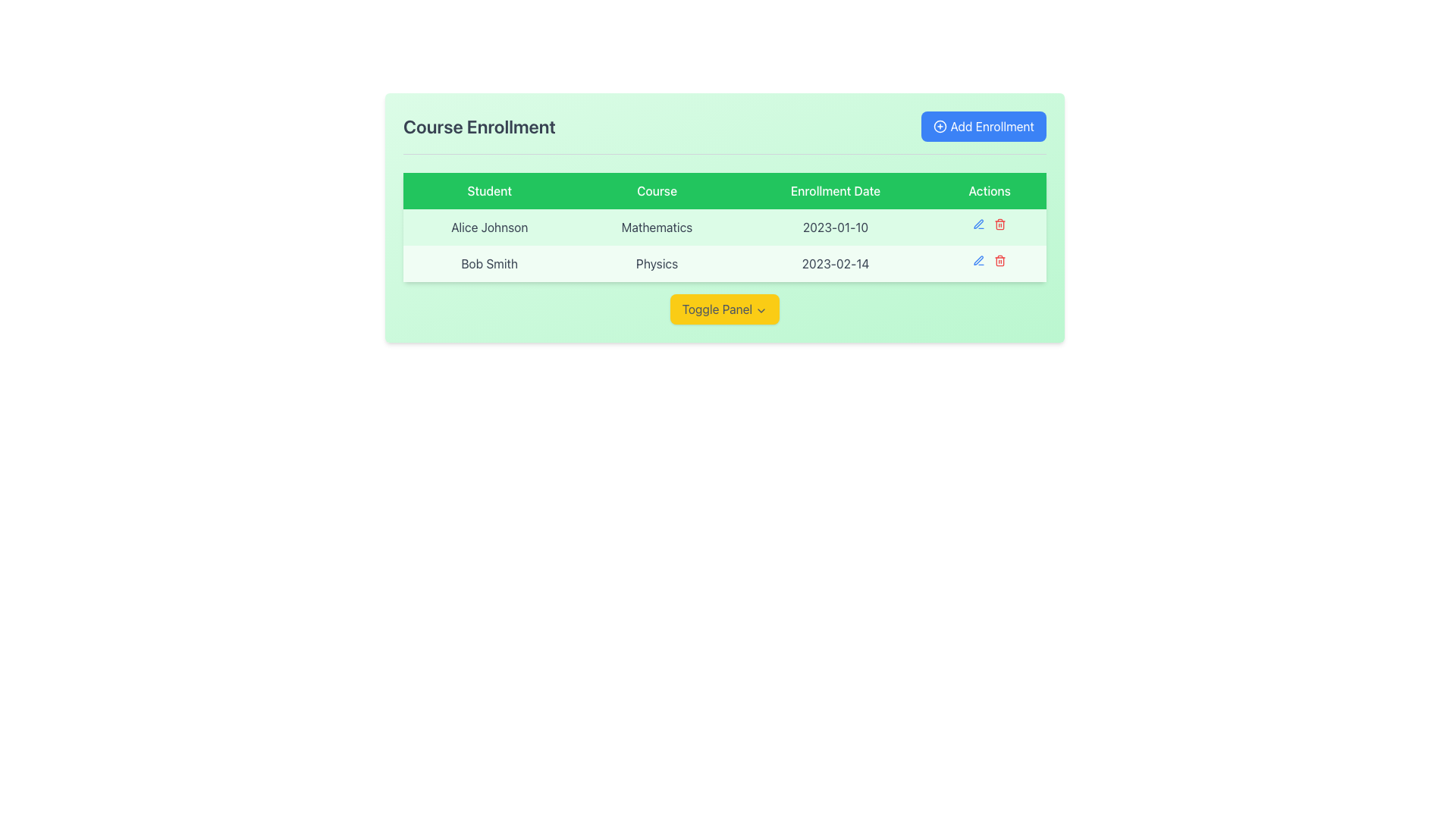  I want to click on the informational Text label representing the course subject for the associated student located in the second cell of the first data row under the 'Course' heading, so click(657, 227).